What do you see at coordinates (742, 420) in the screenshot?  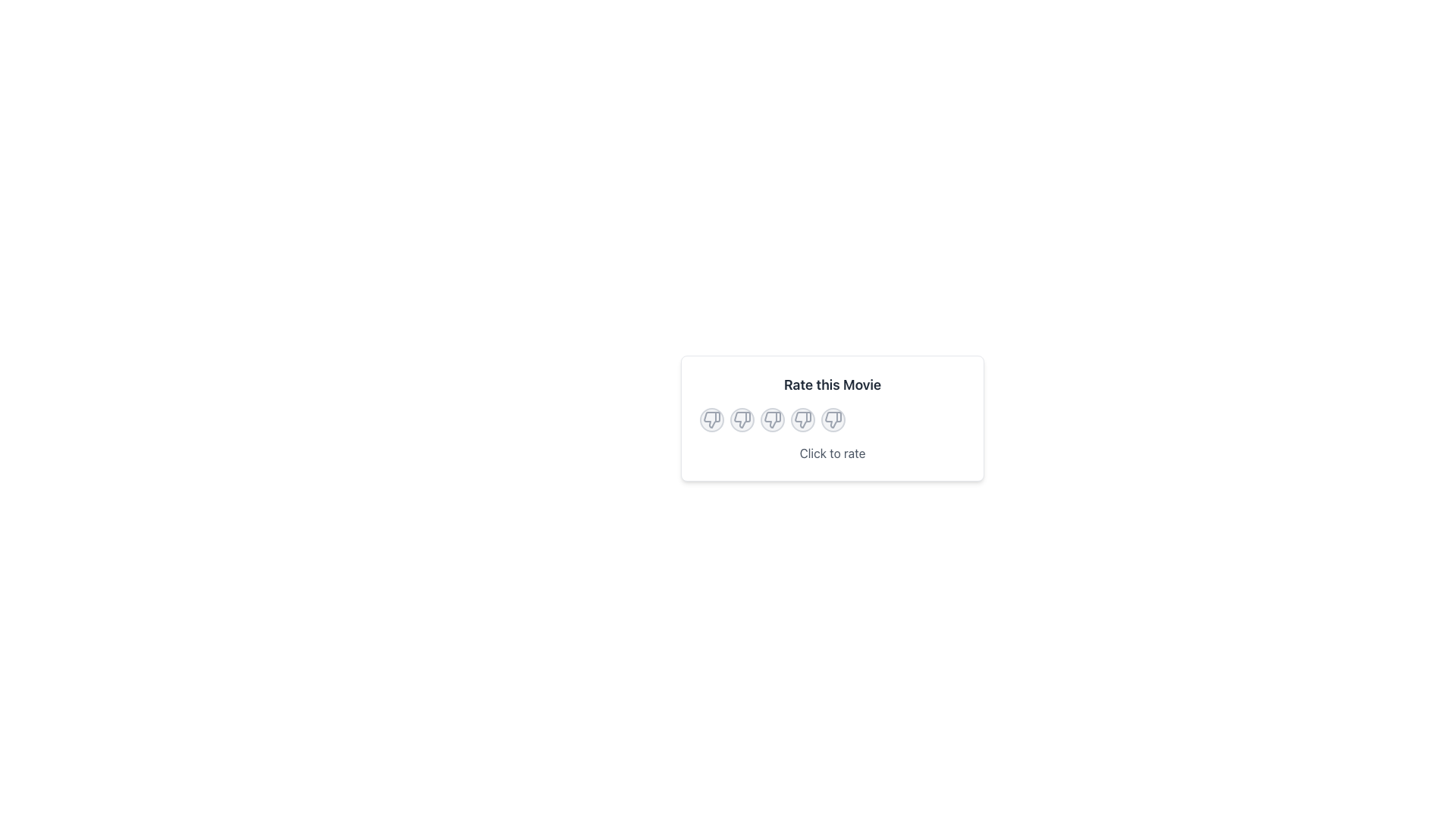 I see `the second circular rating button with a thumbs-down icon, located in the 'Rate this Movie' section` at bounding box center [742, 420].